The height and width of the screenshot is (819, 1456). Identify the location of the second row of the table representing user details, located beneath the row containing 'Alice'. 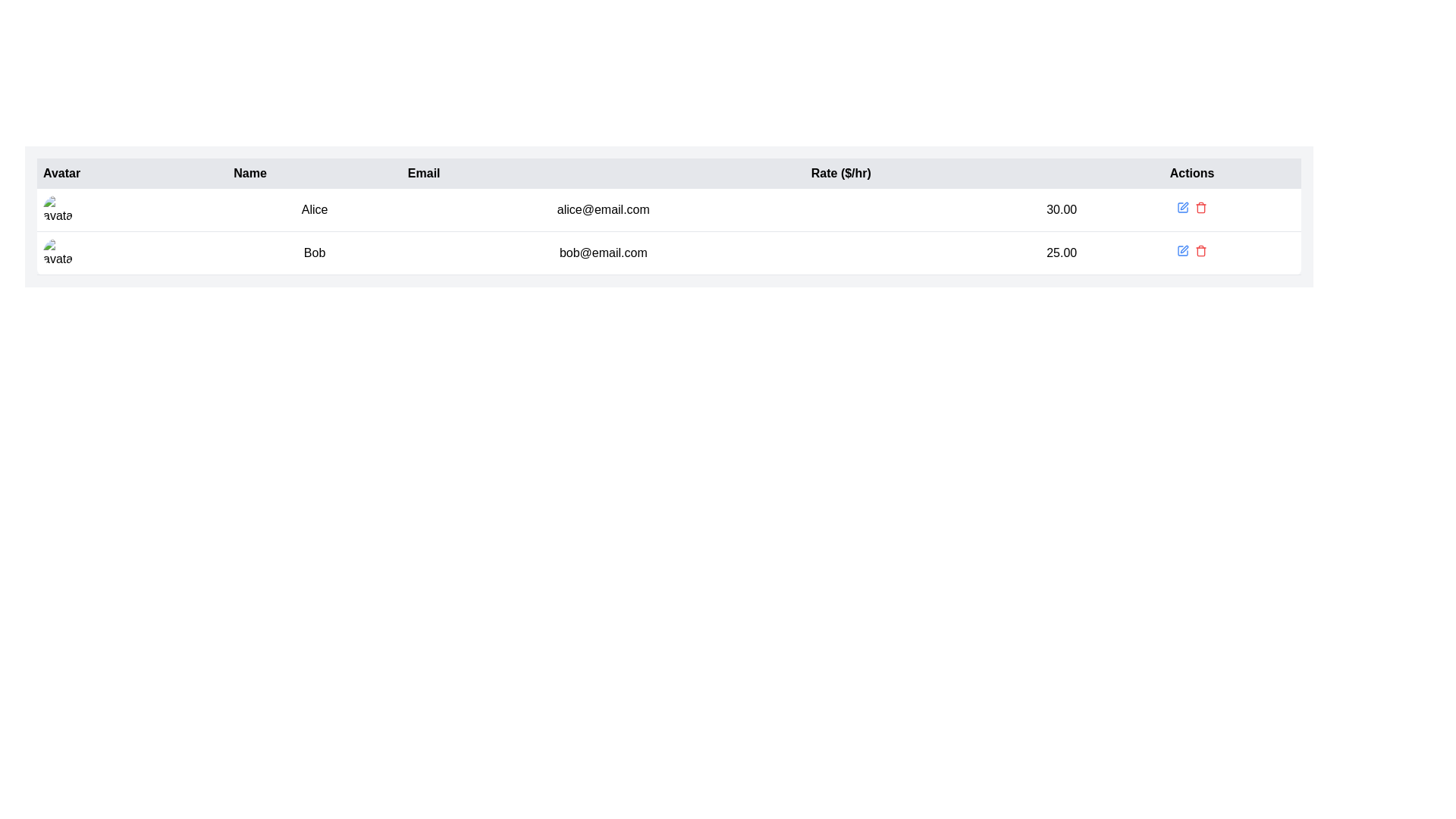
(668, 253).